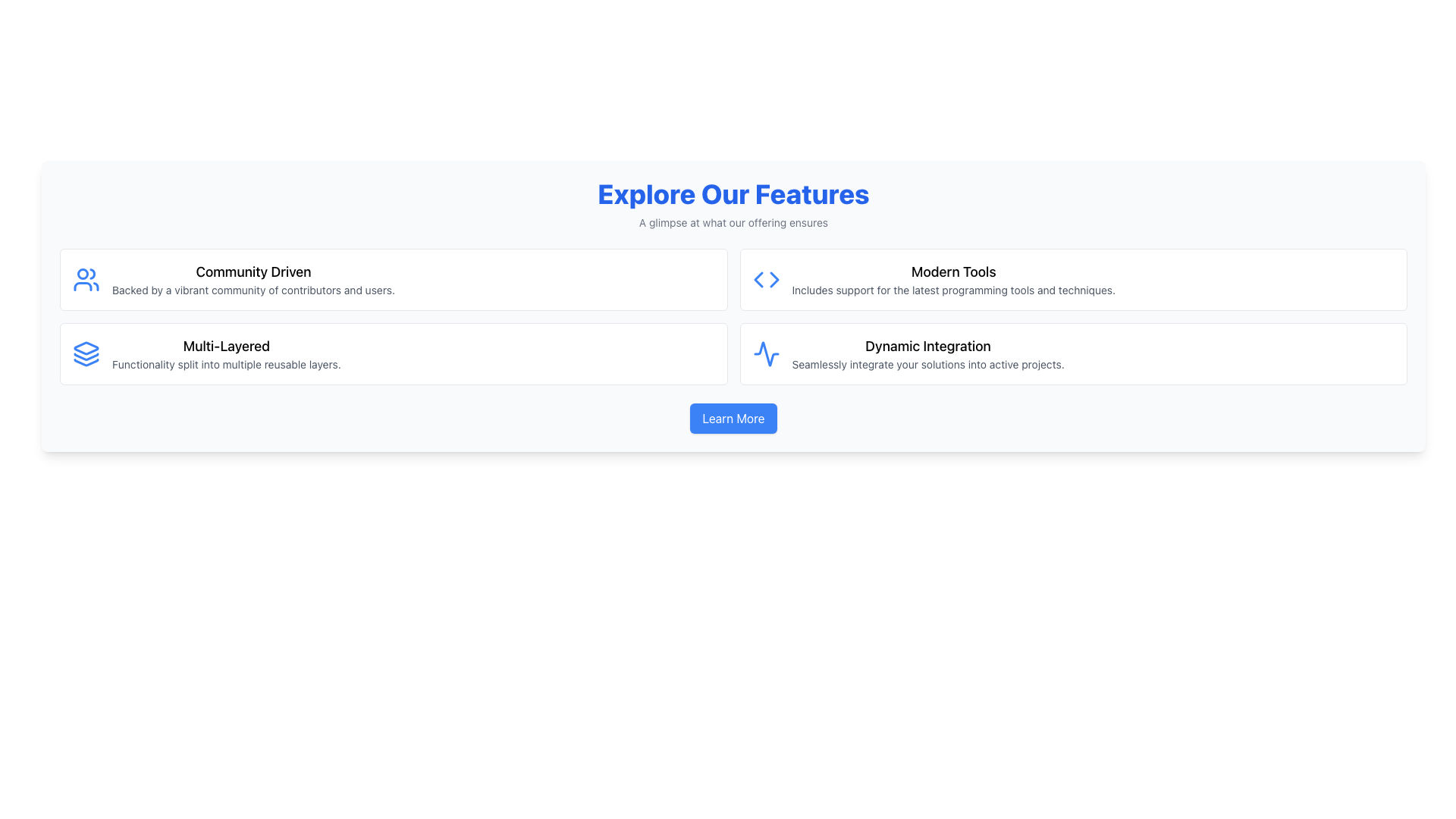 The width and height of the screenshot is (1456, 819). What do you see at coordinates (733, 222) in the screenshot?
I see `the subtitle text reading 'A glimpse at what our offering ensures,' which is styled in a small, gray, and centered font, located below the main title 'Explore Our Features.'` at bounding box center [733, 222].